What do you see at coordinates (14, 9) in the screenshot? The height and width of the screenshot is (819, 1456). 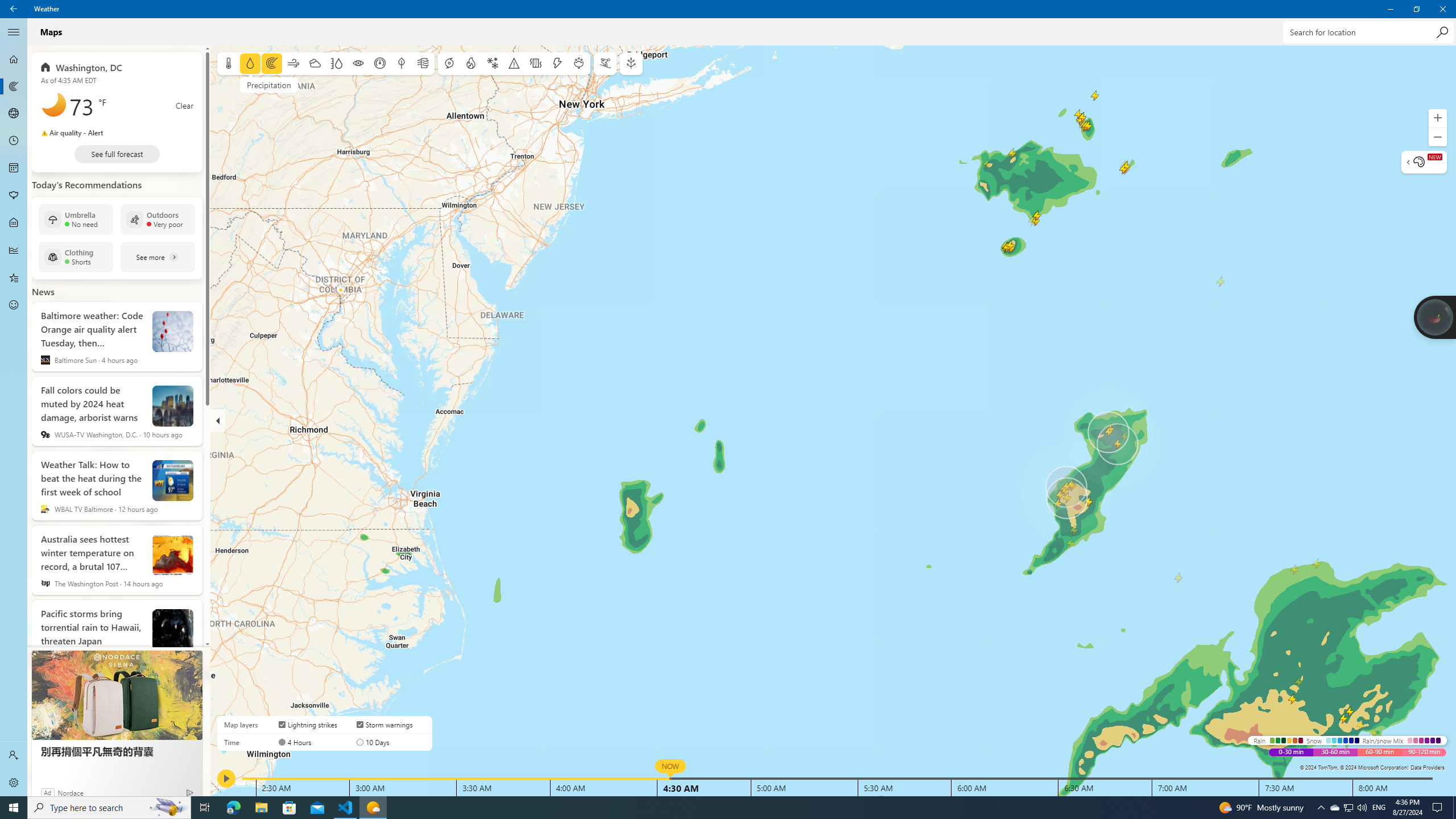 I see `'Back'` at bounding box center [14, 9].